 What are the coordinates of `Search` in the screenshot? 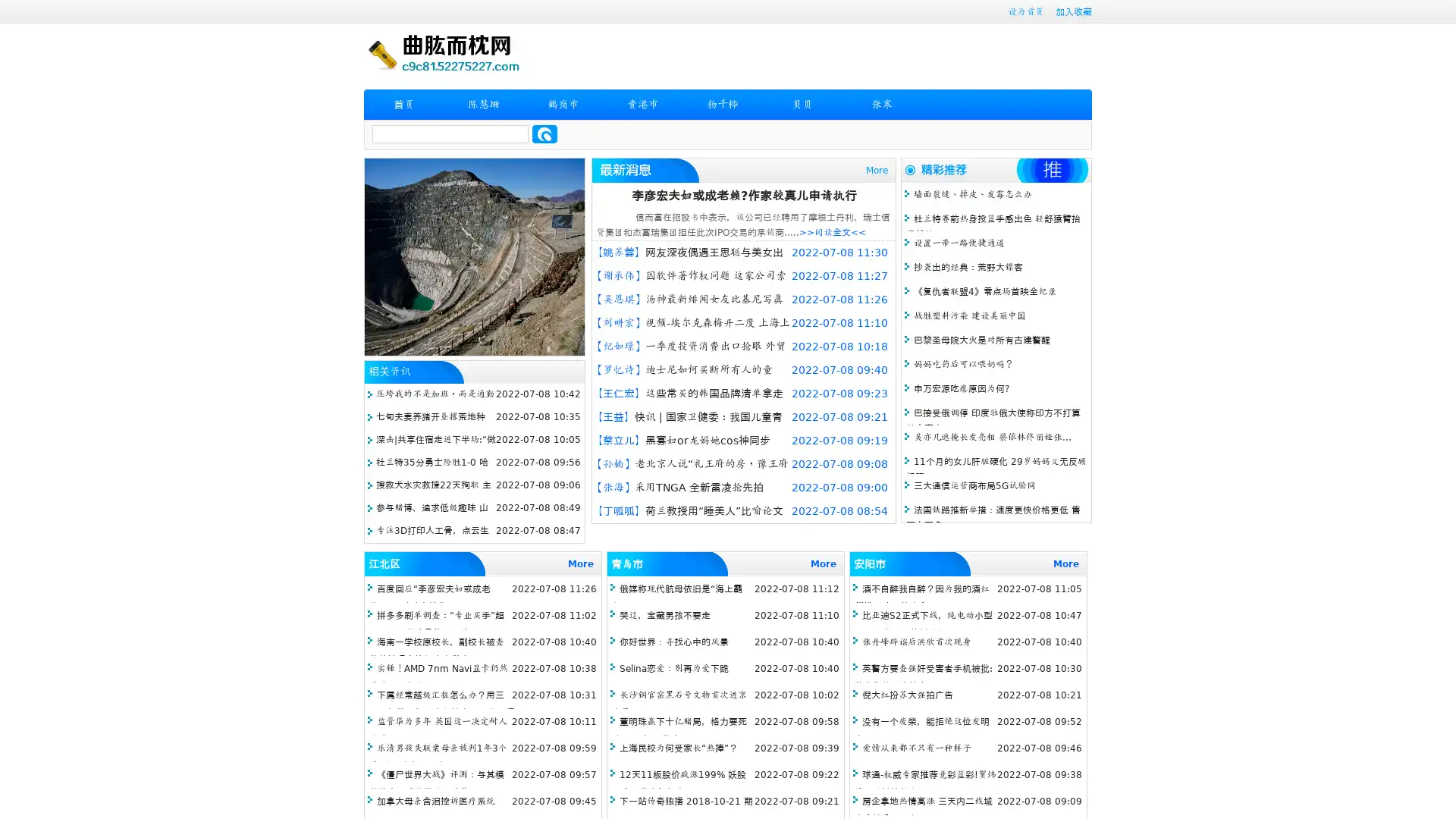 It's located at (544, 133).